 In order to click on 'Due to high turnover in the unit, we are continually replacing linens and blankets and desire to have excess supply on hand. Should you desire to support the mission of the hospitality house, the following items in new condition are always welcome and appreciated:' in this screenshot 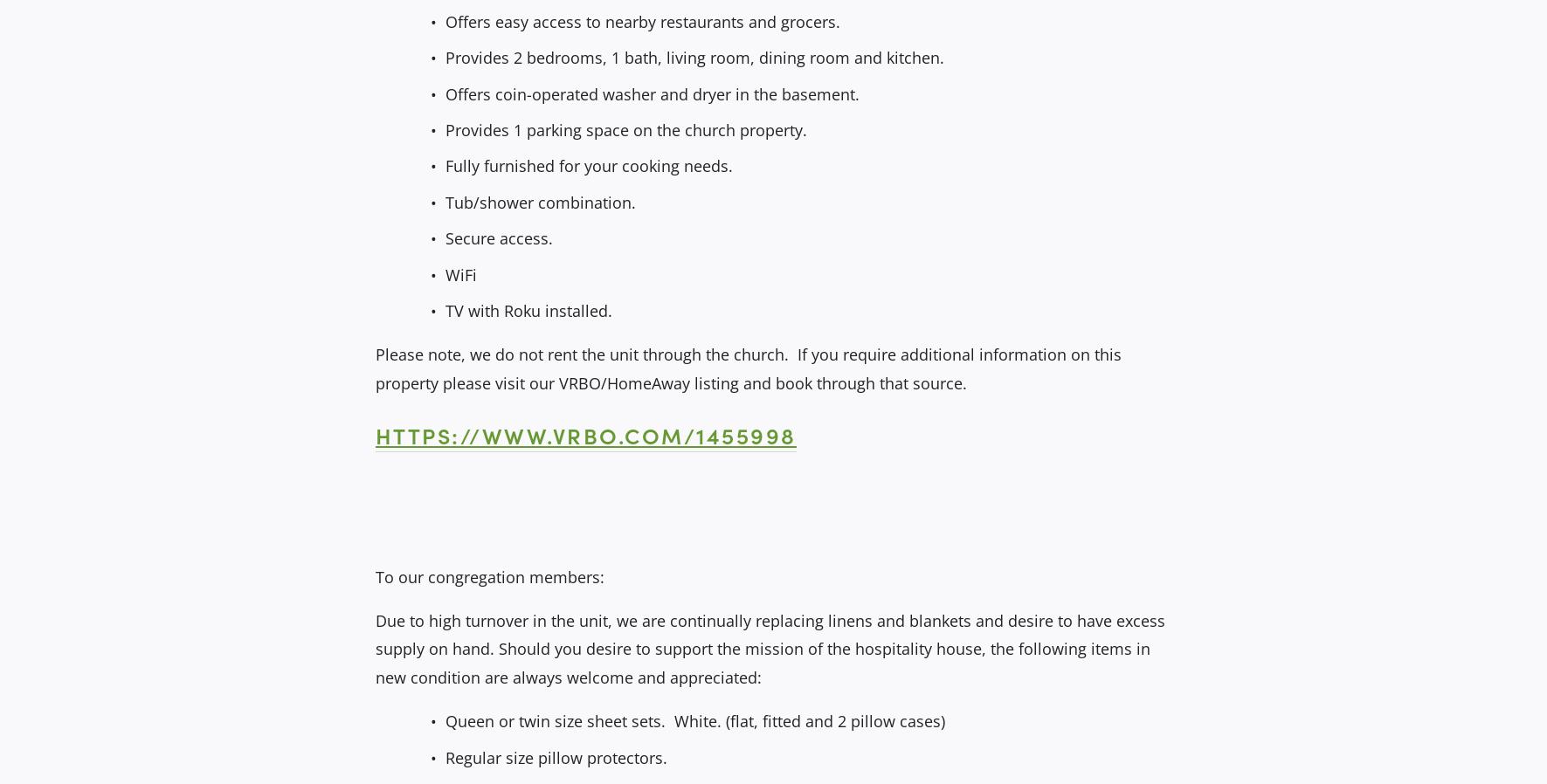, I will do `click(770, 649)`.